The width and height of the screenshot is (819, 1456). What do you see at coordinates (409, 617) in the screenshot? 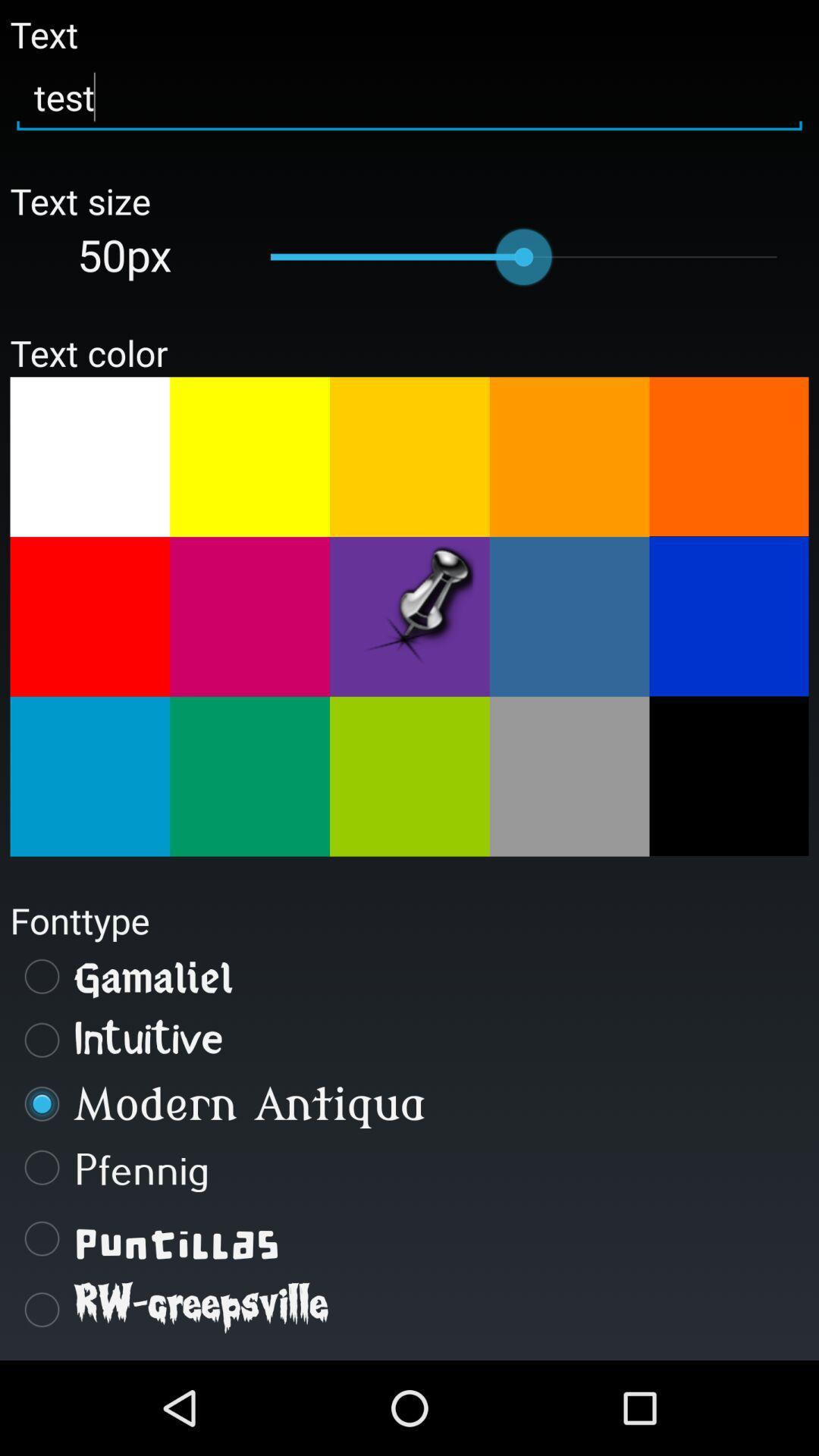
I see `choose color` at bounding box center [409, 617].